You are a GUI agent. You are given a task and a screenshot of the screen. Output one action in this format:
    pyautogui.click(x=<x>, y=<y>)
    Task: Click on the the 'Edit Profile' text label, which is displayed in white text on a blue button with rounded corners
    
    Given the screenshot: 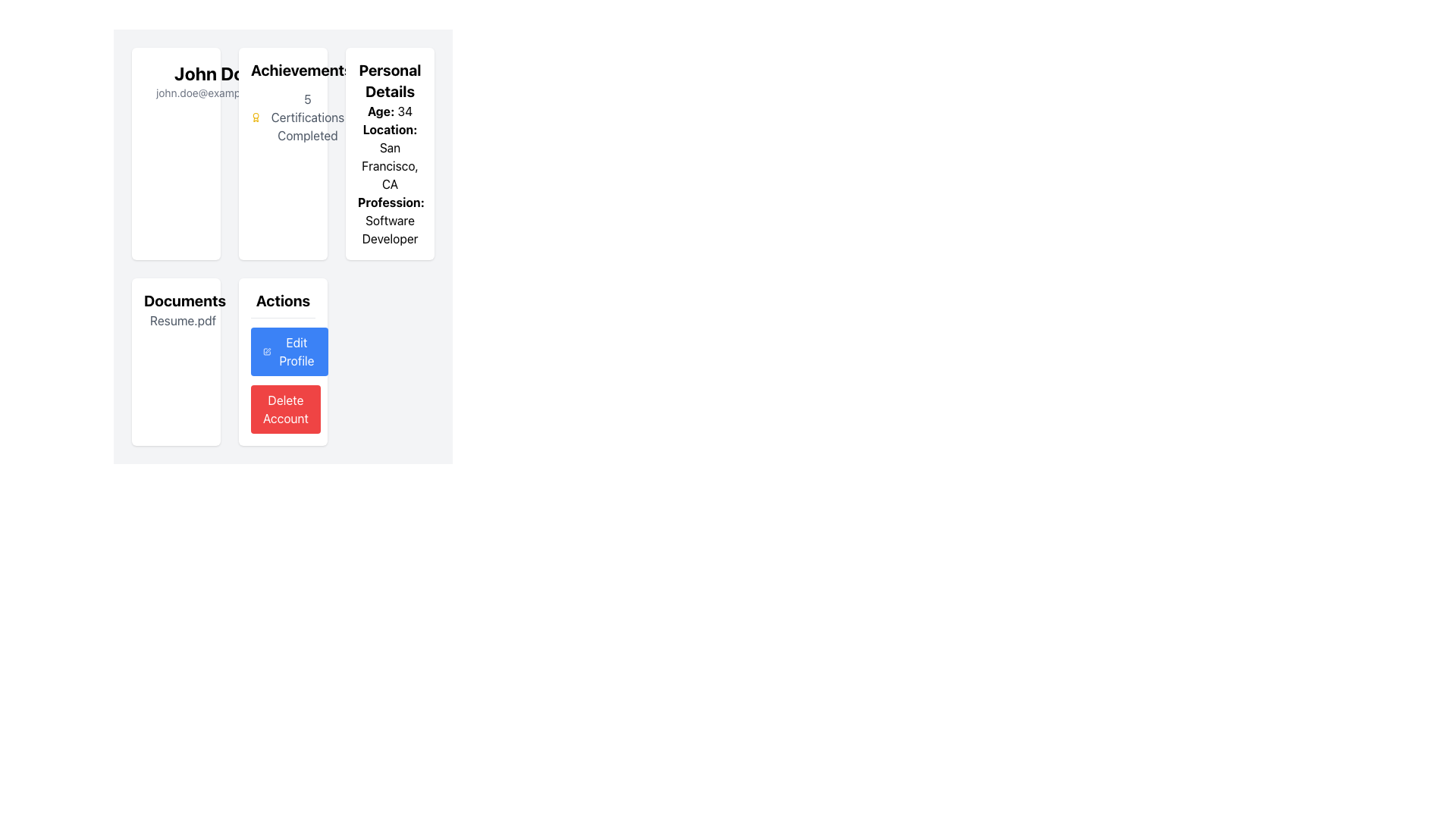 What is the action you would take?
    pyautogui.click(x=297, y=351)
    